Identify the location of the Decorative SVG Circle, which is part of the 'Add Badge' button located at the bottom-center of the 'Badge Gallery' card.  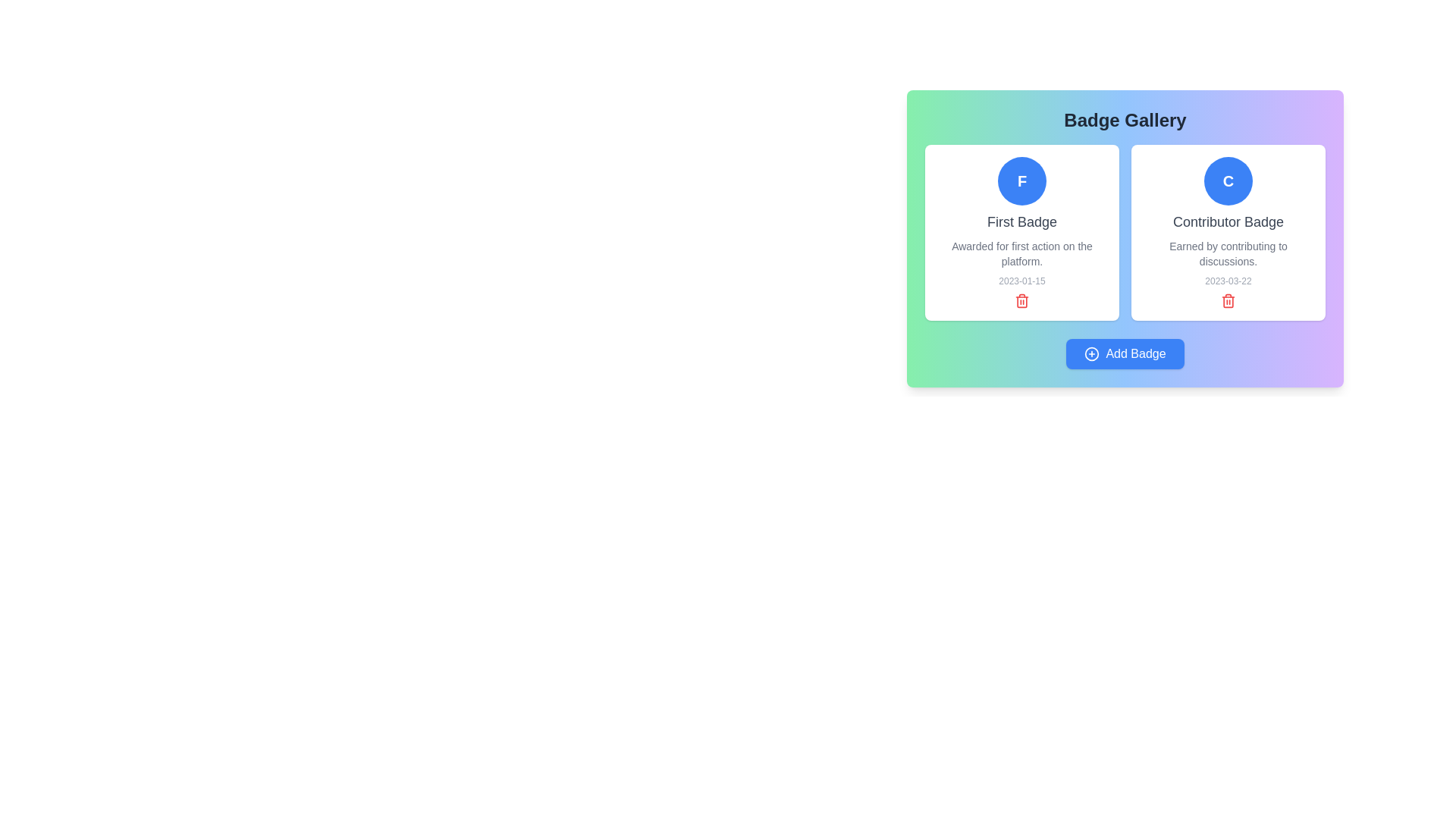
(1092, 353).